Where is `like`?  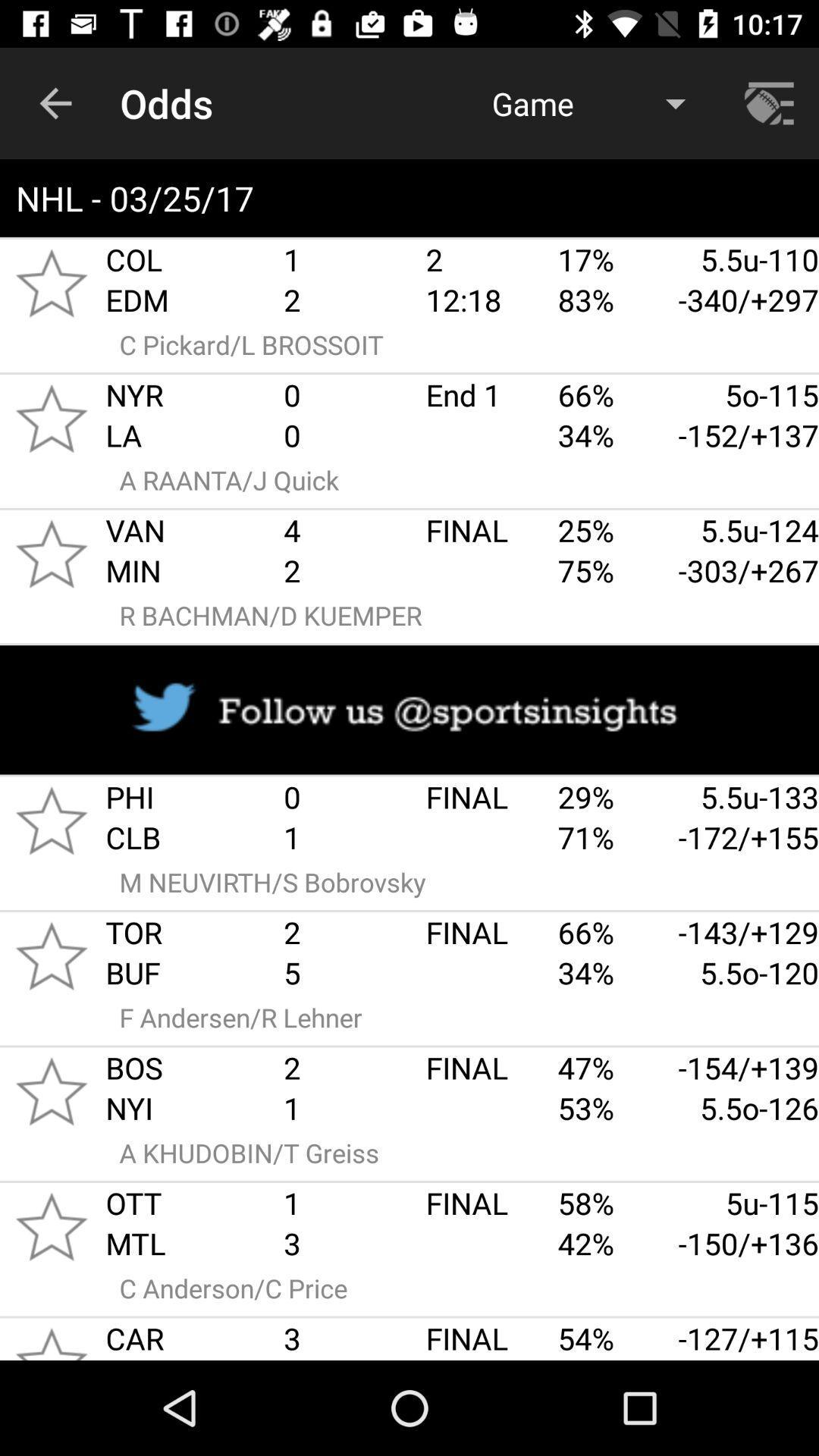
like is located at coordinates (51, 955).